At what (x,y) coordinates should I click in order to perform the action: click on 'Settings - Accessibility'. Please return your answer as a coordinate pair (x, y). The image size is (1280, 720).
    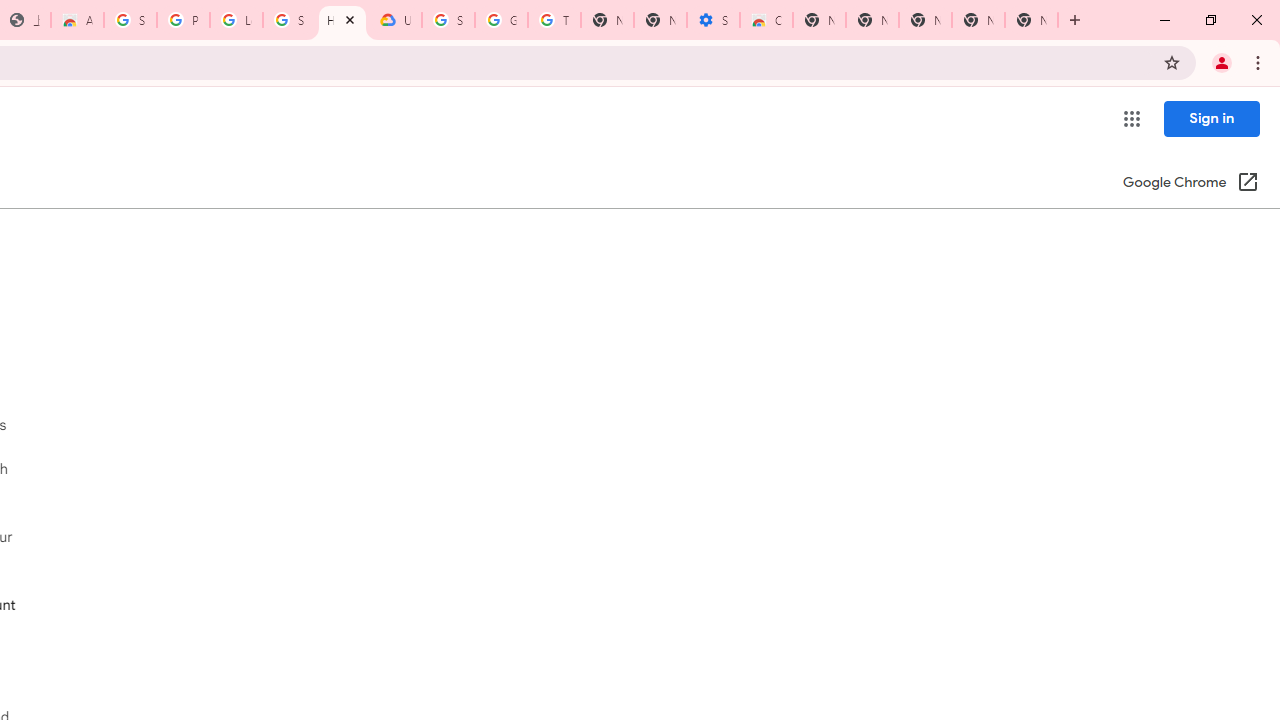
    Looking at the image, I should click on (713, 20).